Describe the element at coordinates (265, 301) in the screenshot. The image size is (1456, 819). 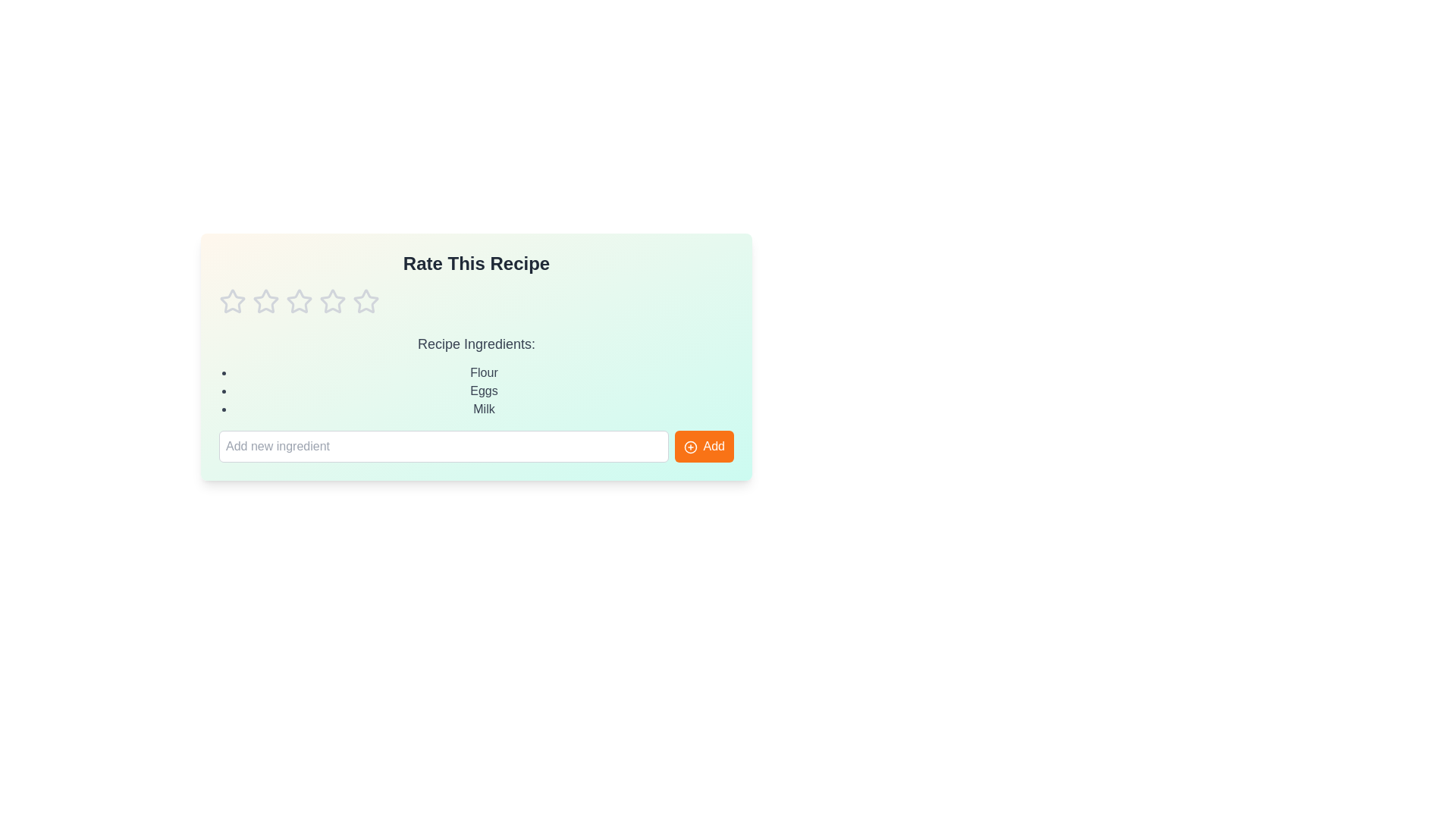
I see `the star corresponding to 2 stars to preview the rating` at that location.